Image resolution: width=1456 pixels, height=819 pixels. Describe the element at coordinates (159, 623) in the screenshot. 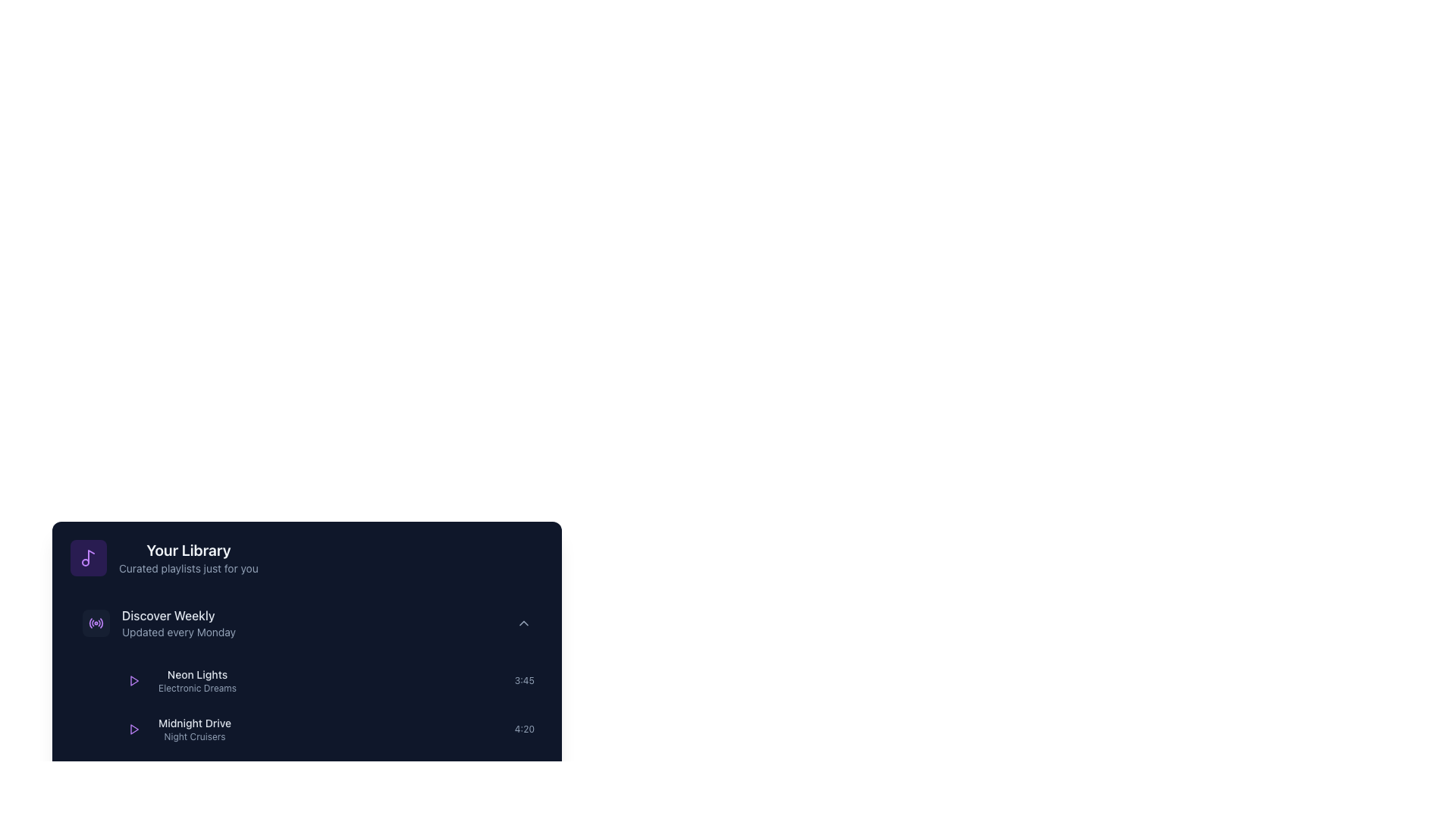

I see `the 'Discover Weekly' playlist item, which features a bold slate-white title and a purple radio signal icon` at that location.